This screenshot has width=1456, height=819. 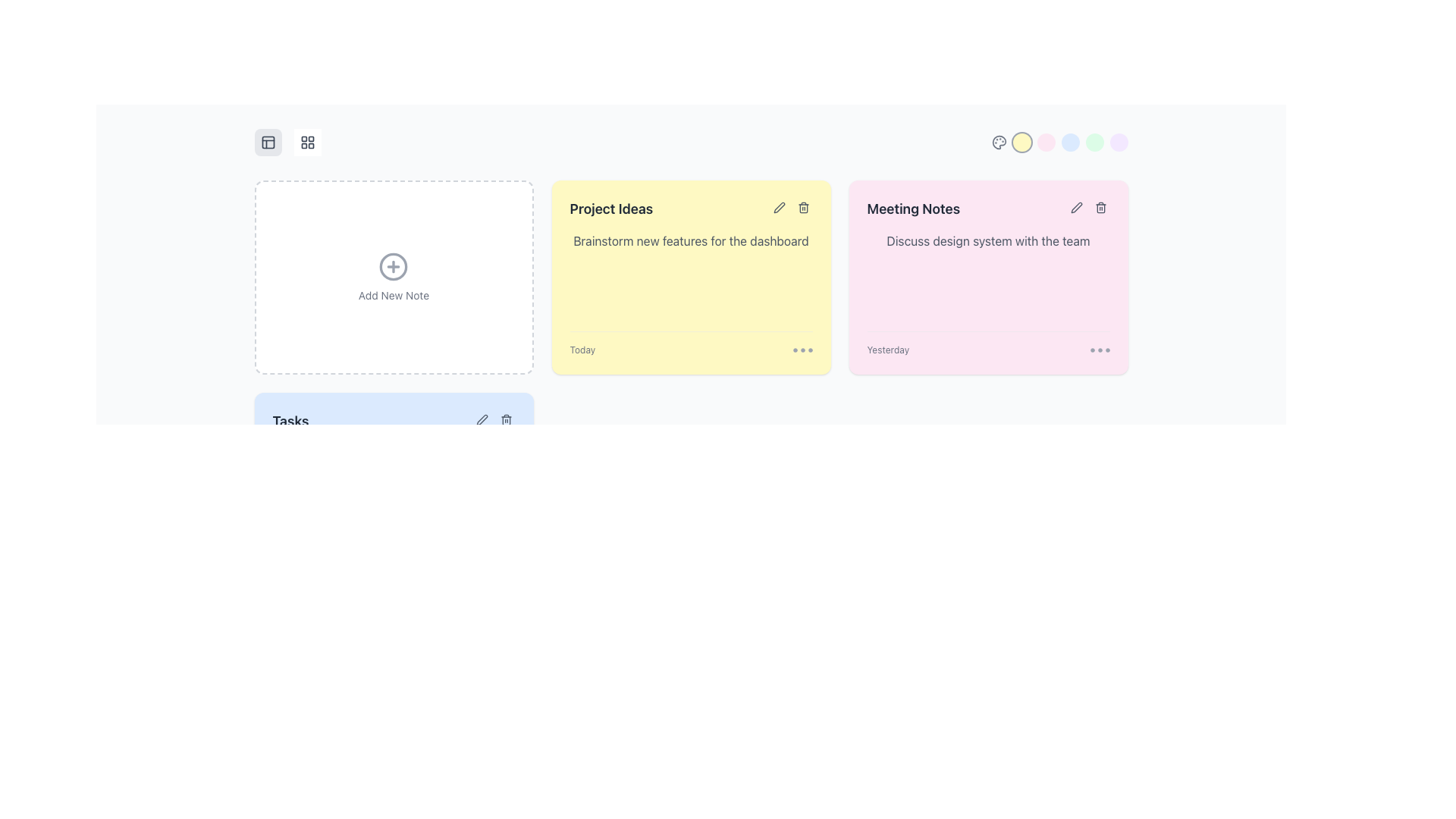 What do you see at coordinates (1100, 350) in the screenshot?
I see `one of the small gray circle icons in the bottom-right corner of the 'Meeting Notes' section, which contains the text 'Discuss design system with the team'` at bounding box center [1100, 350].